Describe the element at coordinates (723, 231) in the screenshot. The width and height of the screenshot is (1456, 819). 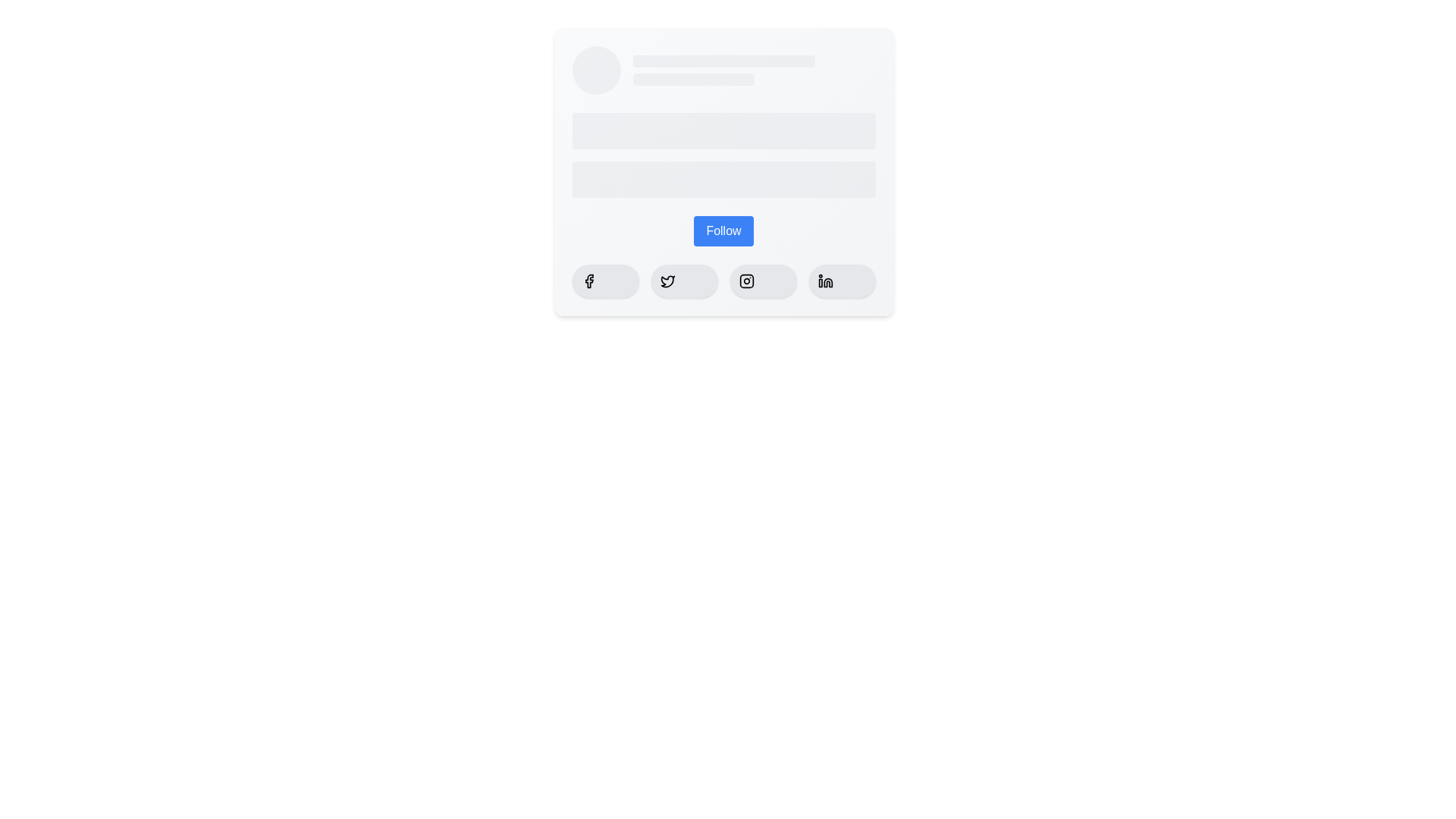
I see `the 'Follow' button with a blue background and white text, located near the bottom section of the interface, above the social media icons` at that location.